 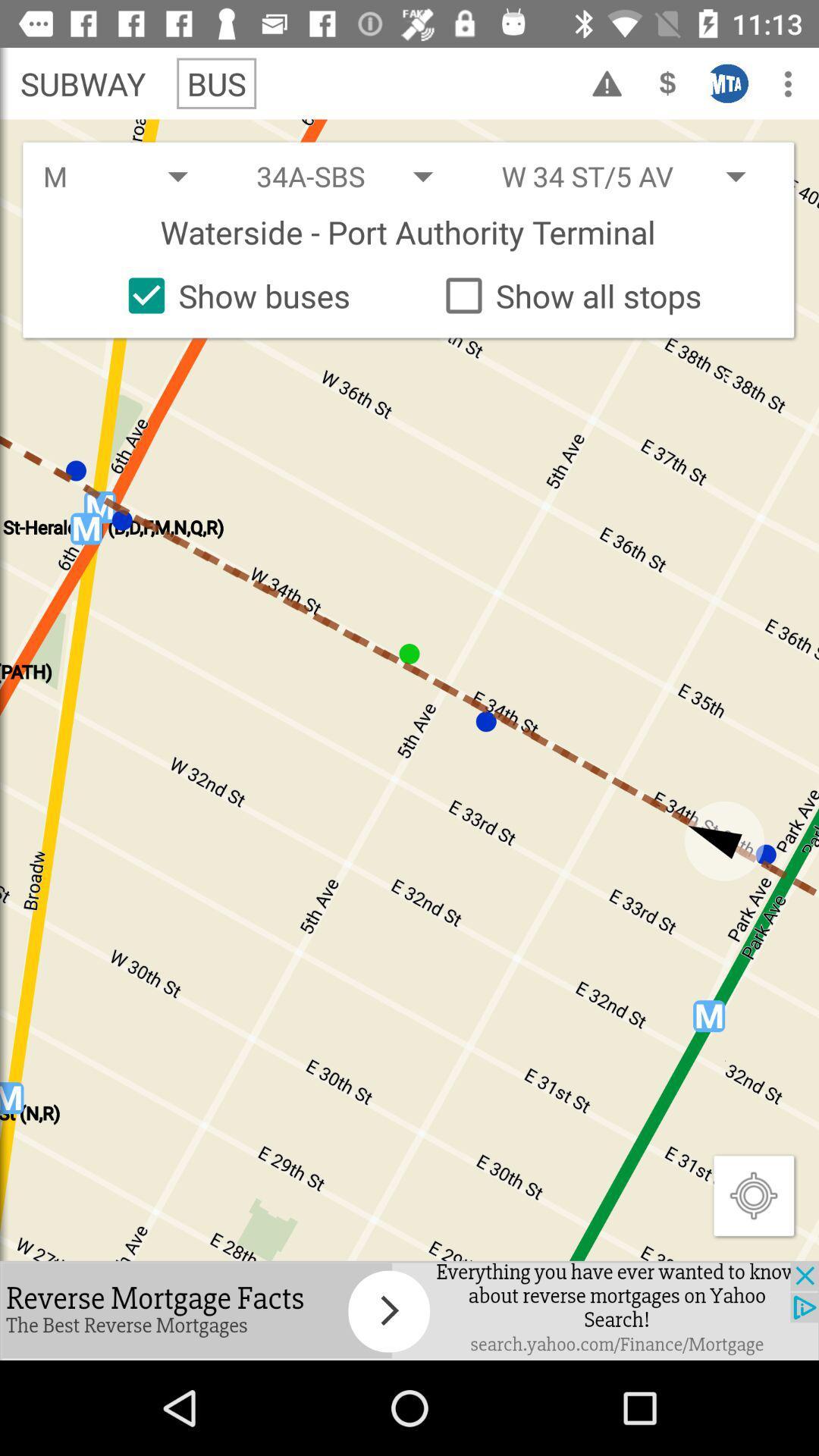 I want to click on the icon top right corner, so click(x=788, y=83).